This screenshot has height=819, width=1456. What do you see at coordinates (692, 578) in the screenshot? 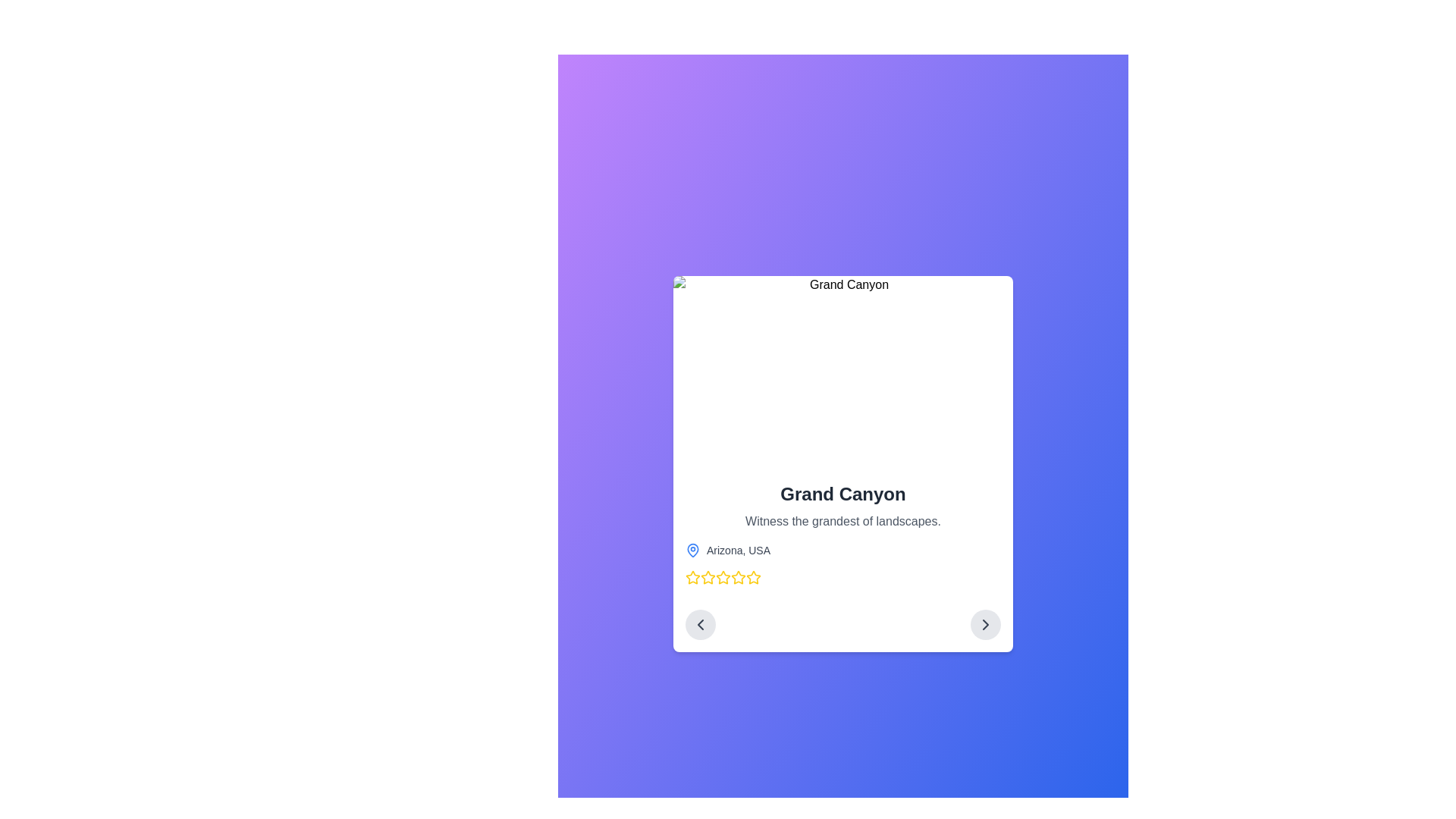
I see `the first star-shaped rating icon with a yellow outline located below the text 'Arizona, USA'` at bounding box center [692, 578].